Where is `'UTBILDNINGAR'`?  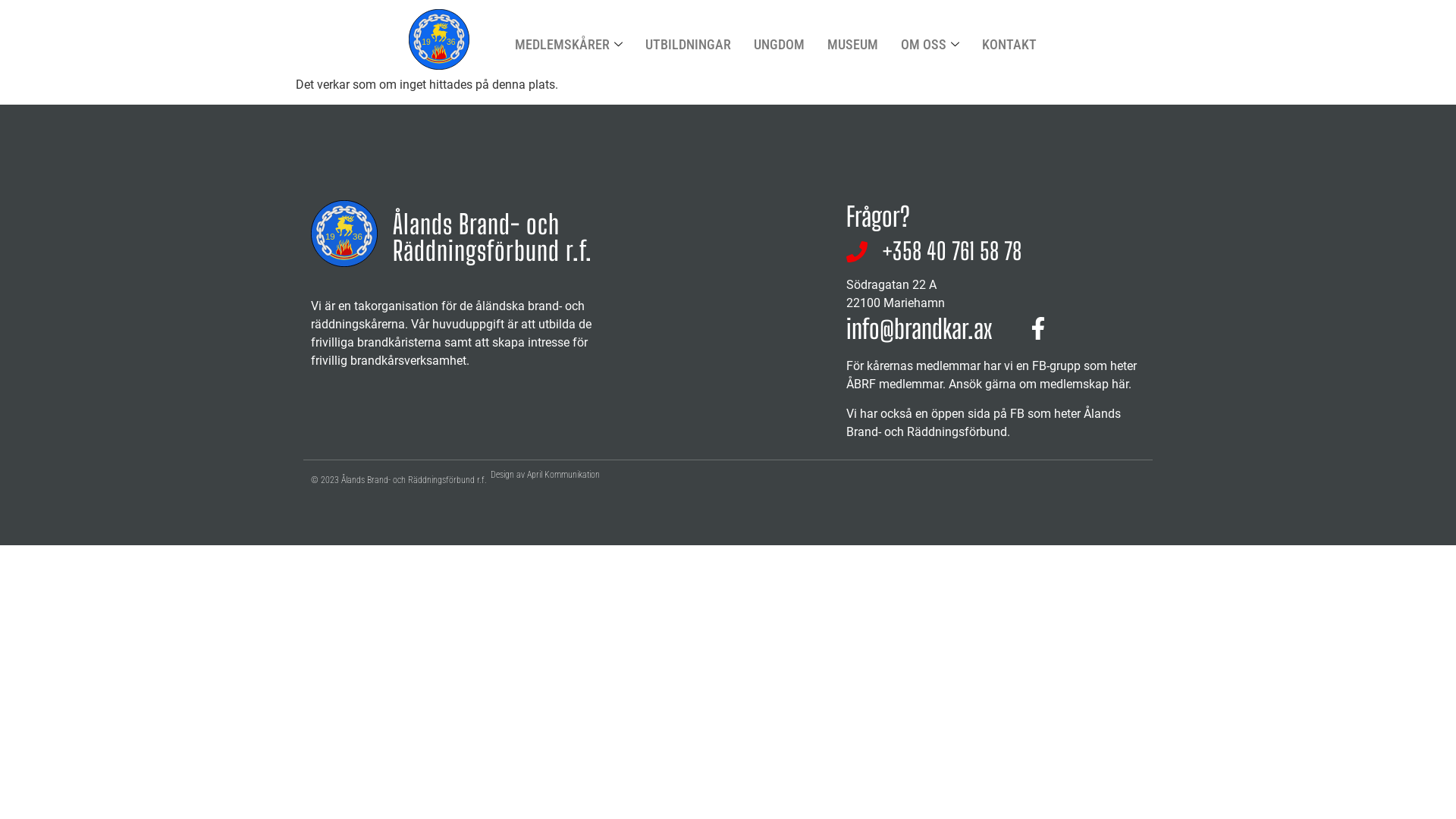 'UTBILDNINGAR' is located at coordinates (687, 43).